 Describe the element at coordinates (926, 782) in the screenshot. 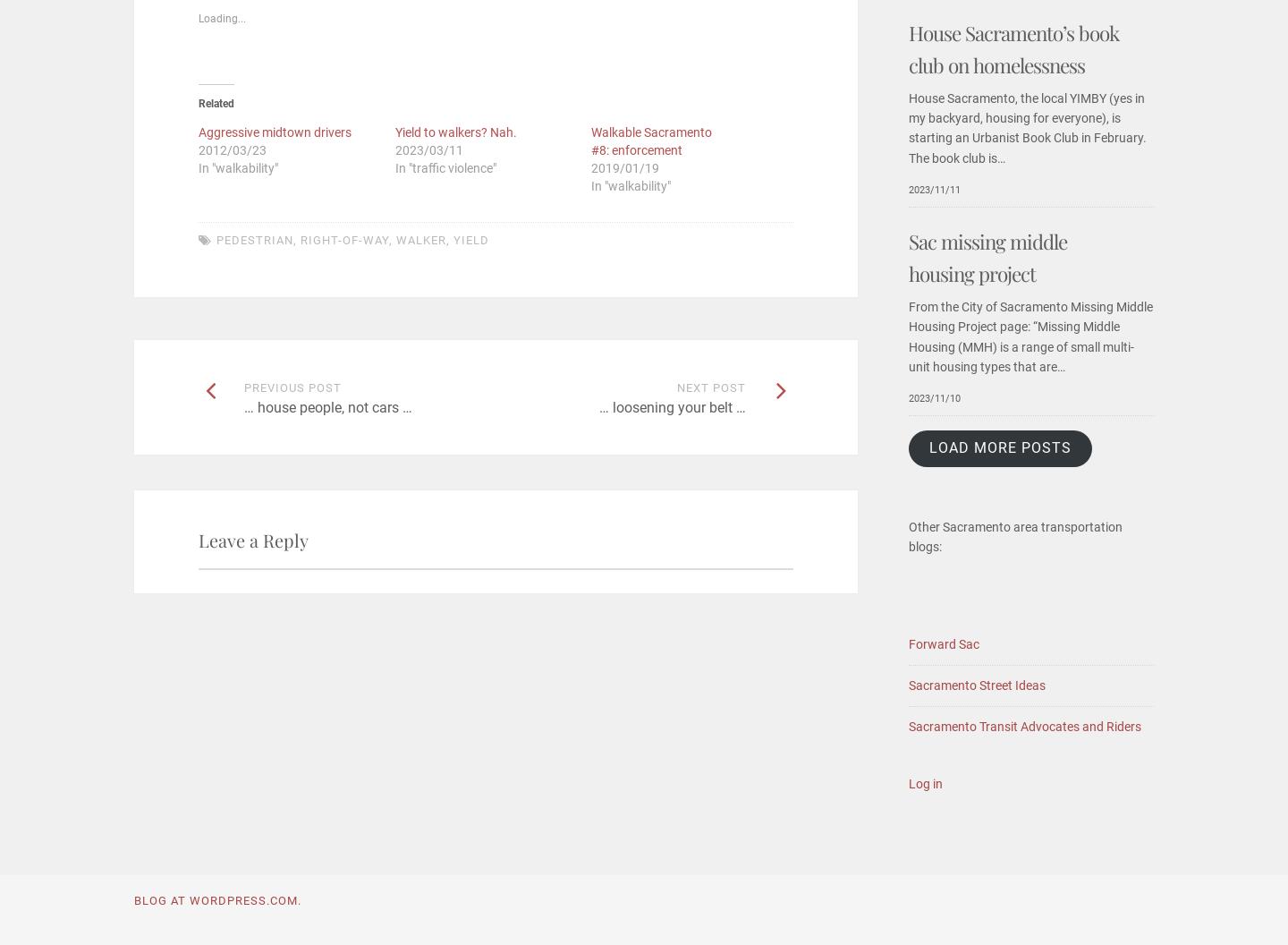

I see `'Log in'` at that location.